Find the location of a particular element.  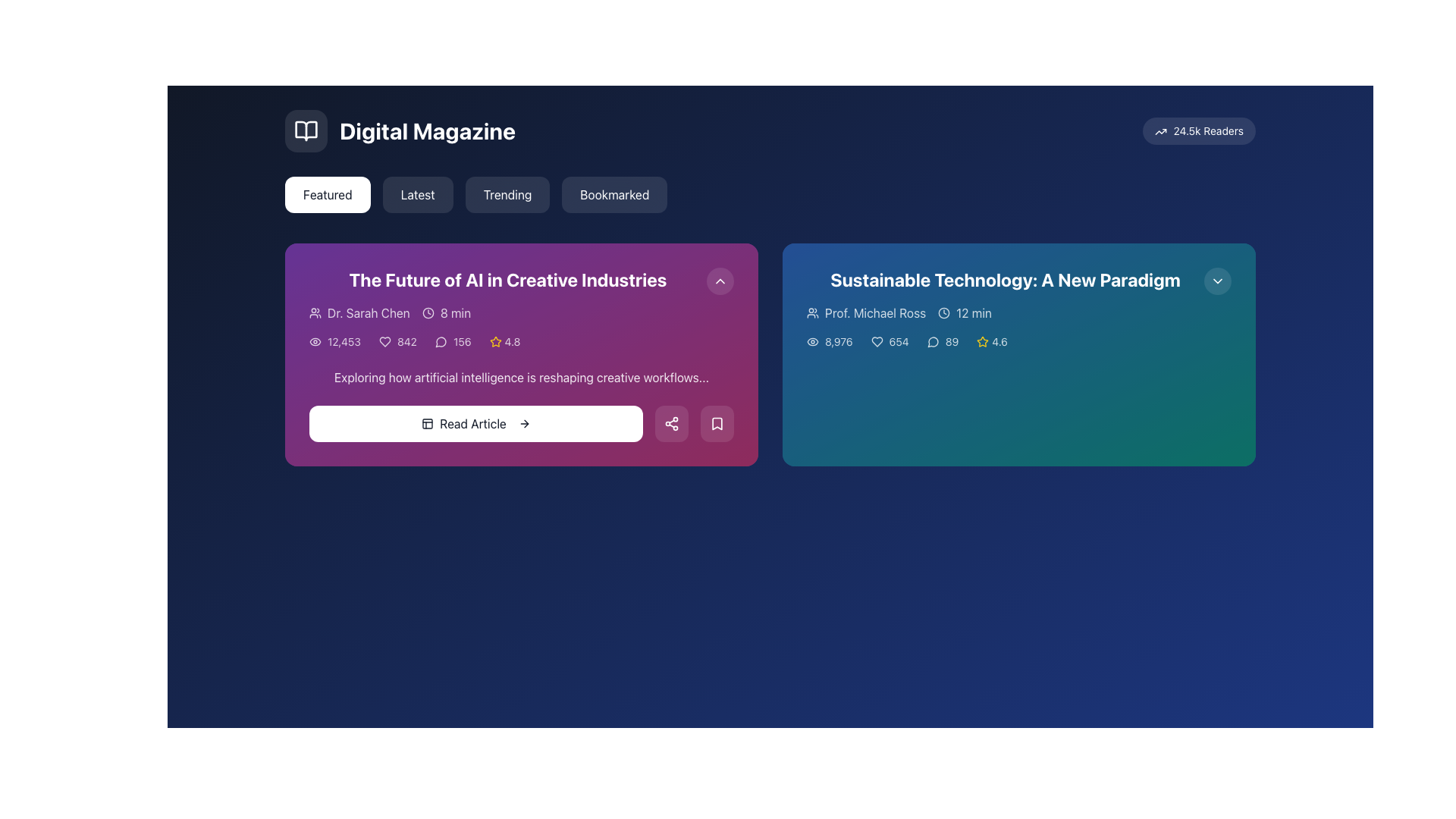

the decorative icon indicating '12 min' time duration, located to the right of the title 'Sustainable Technology: A New Paradigm' in the second card on the right is located at coordinates (943, 312).